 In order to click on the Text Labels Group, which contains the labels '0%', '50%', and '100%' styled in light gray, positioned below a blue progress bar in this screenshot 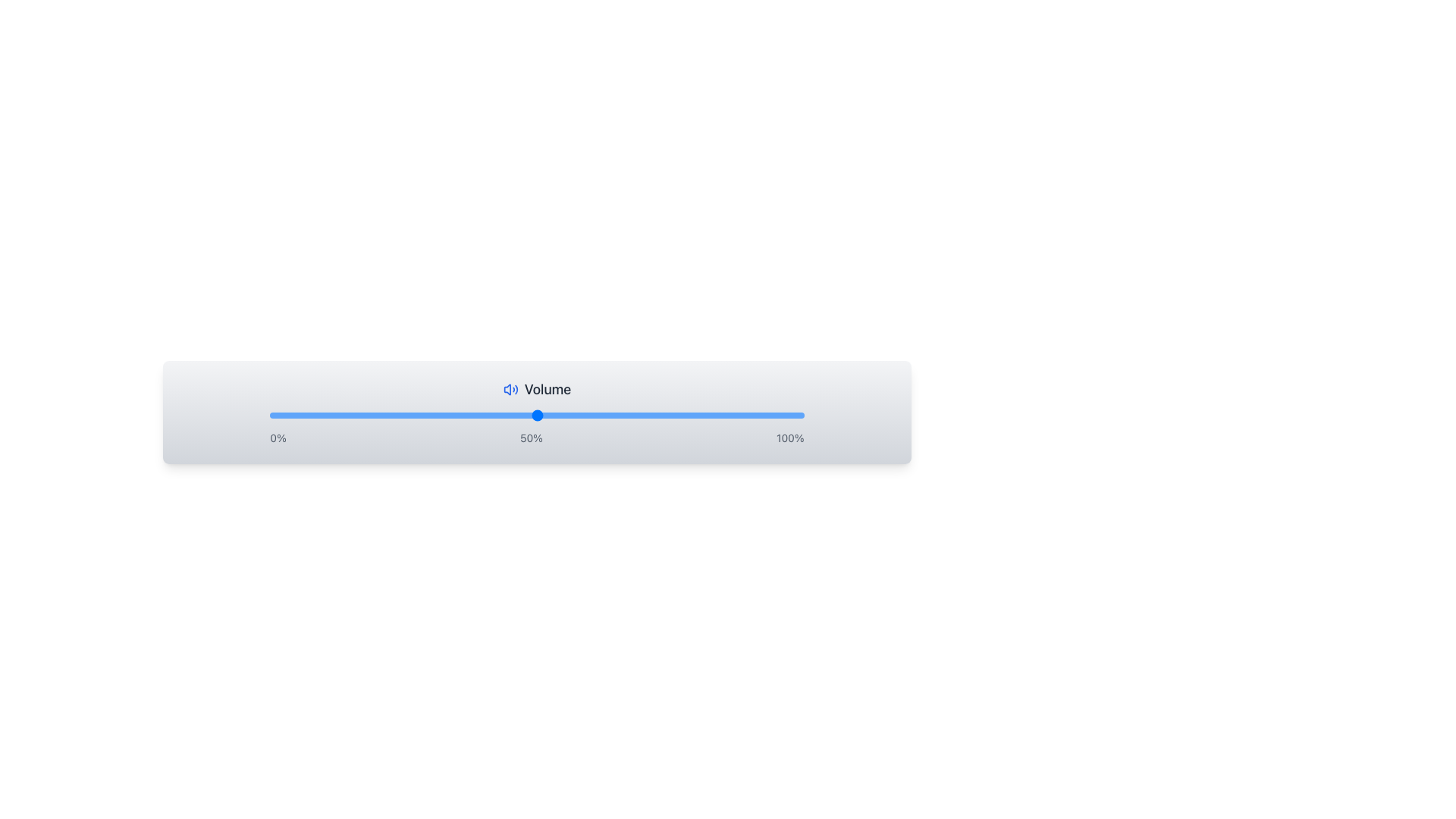, I will do `click(537, 438)`.